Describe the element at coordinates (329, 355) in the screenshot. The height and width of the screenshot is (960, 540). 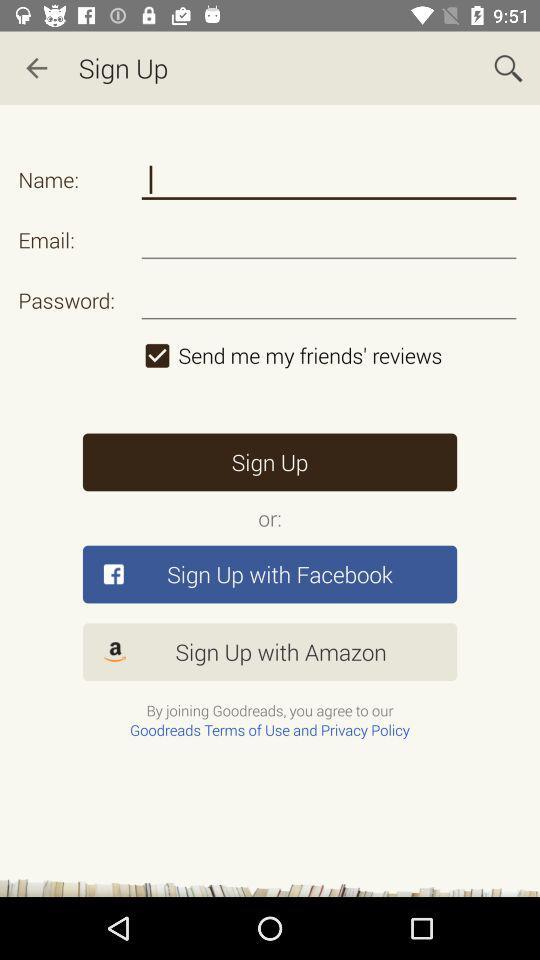
I see `the item below the password:` at that location.